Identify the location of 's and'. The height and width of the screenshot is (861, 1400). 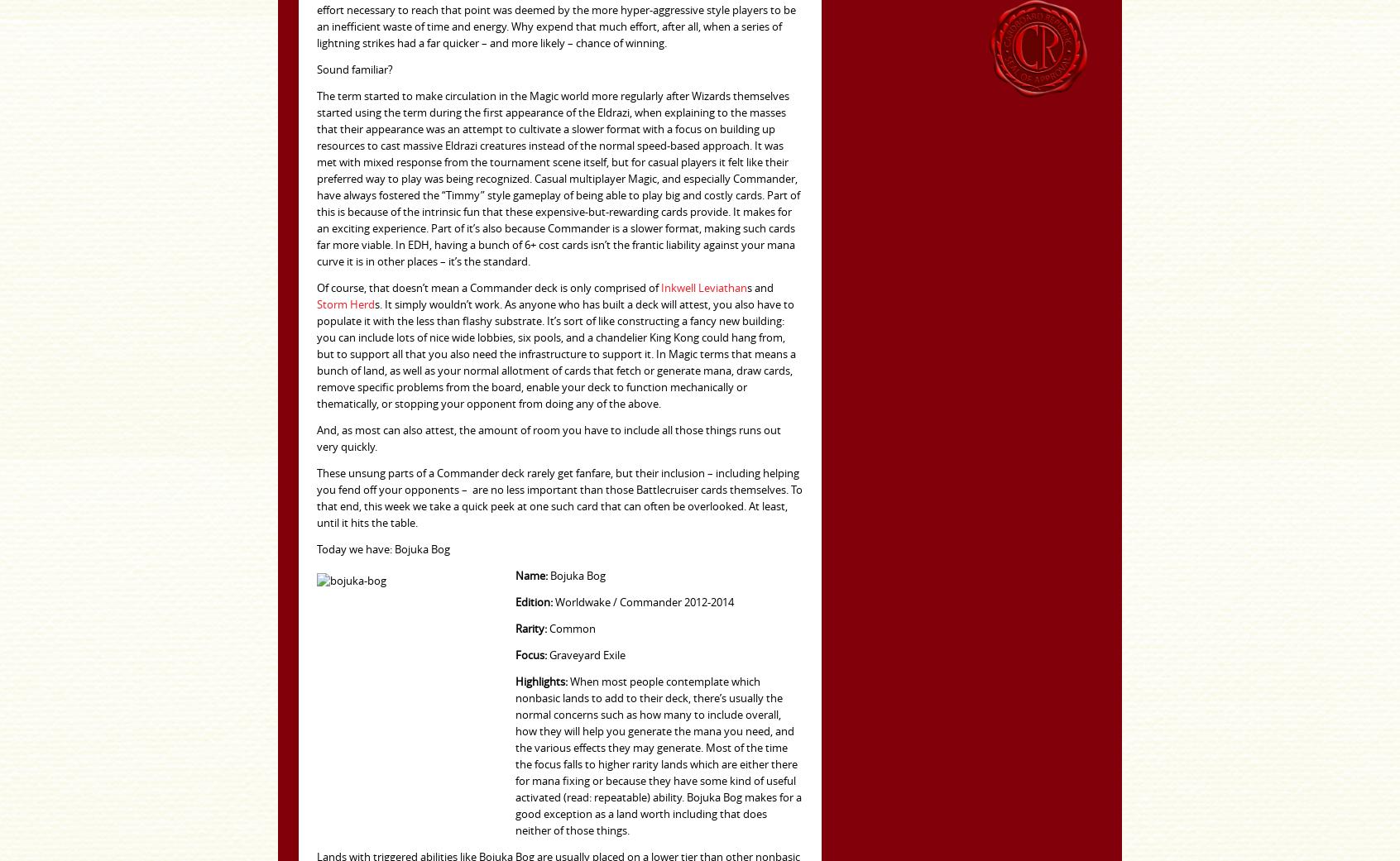
(746, 288).